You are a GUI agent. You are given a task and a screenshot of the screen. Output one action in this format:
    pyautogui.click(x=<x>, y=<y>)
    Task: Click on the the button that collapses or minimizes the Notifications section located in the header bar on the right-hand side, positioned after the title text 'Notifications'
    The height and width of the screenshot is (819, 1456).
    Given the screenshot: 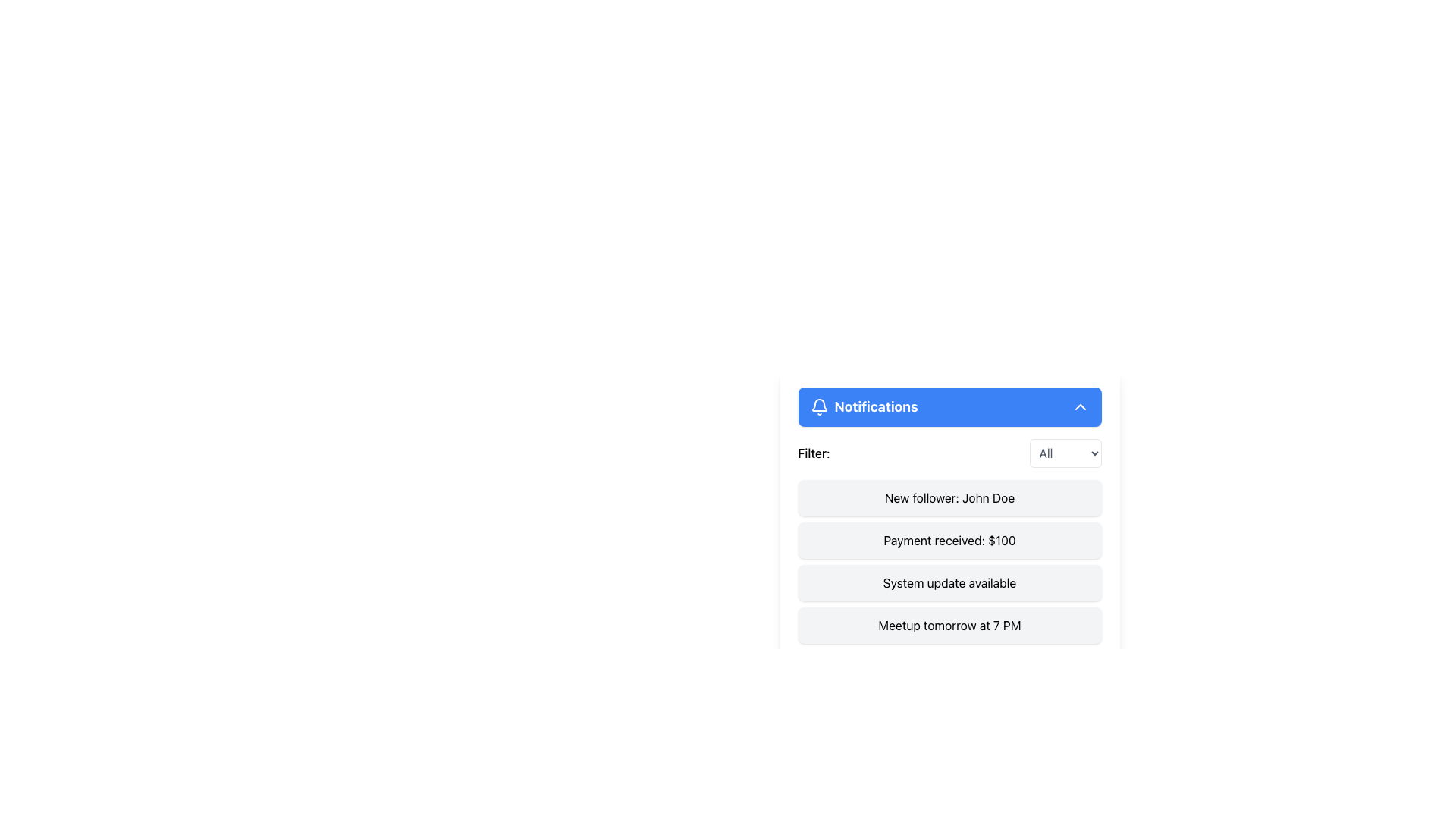 What is the action you would take?
    pyautogui.click(x=1079, y=406)
    